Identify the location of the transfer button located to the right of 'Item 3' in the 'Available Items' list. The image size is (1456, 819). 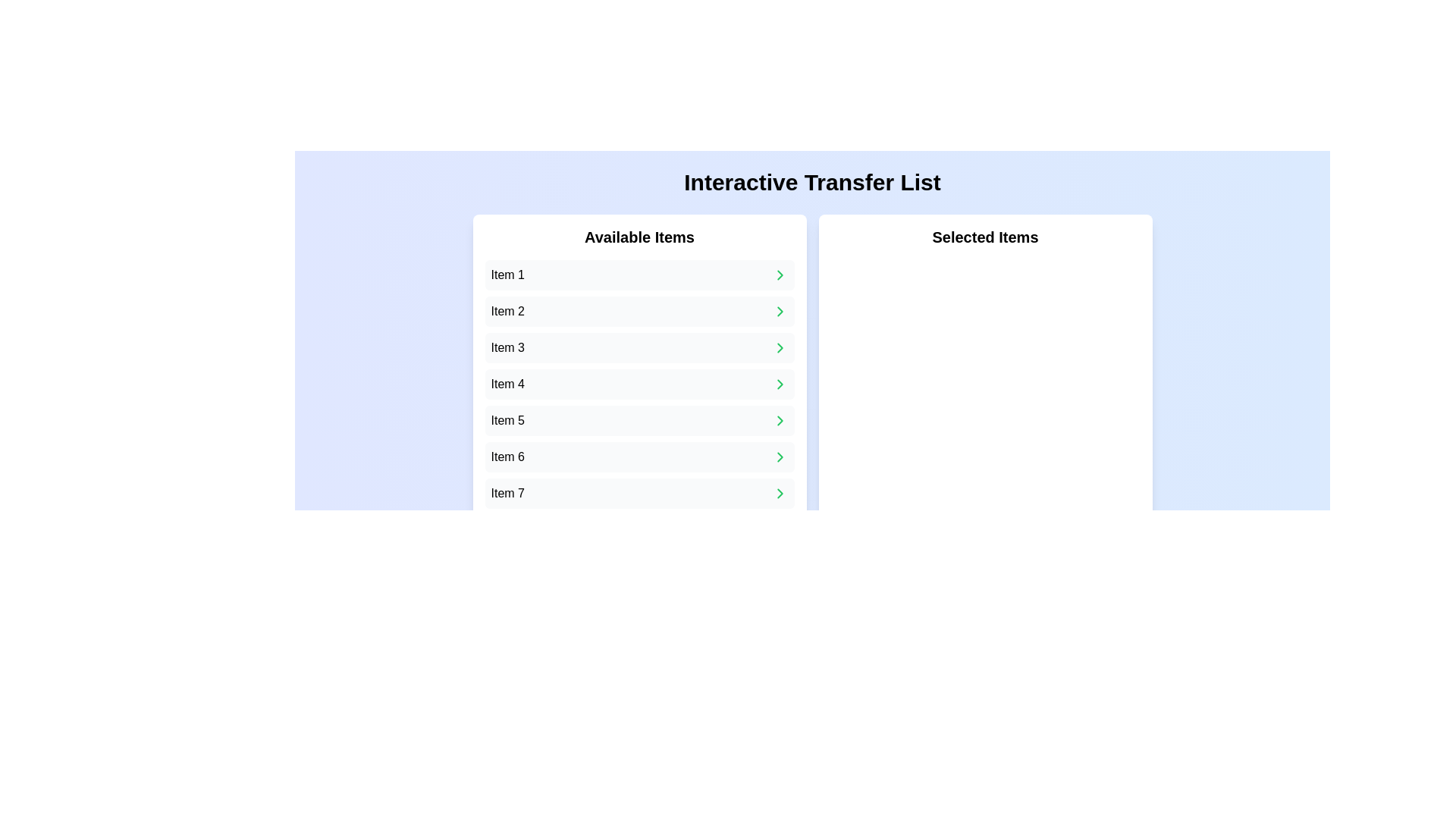
(780, 348).